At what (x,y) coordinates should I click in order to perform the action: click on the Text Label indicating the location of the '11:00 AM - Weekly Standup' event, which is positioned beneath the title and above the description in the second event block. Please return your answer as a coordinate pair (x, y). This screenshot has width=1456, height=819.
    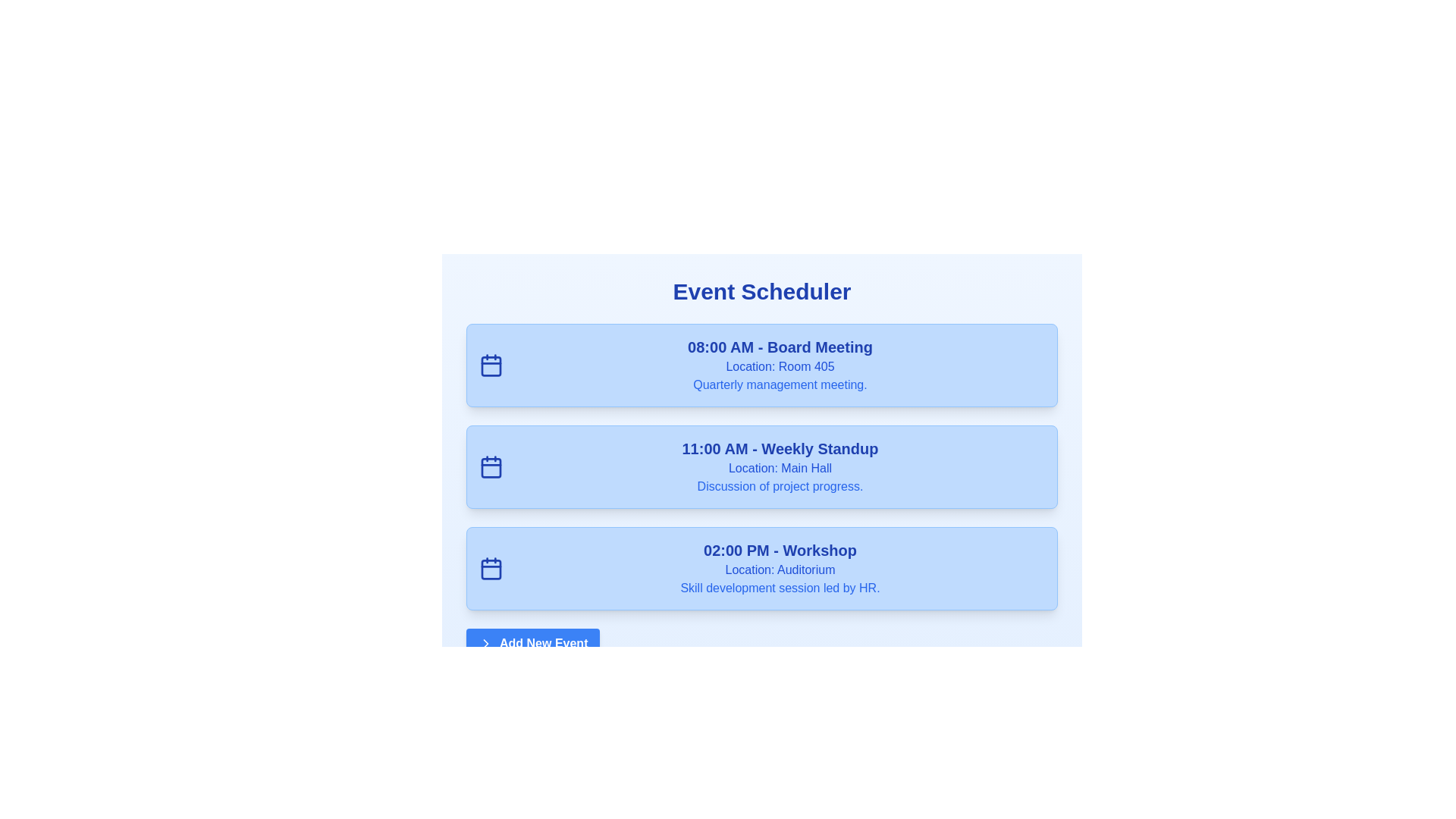
    Looking at the image, I should click on (780, 467).